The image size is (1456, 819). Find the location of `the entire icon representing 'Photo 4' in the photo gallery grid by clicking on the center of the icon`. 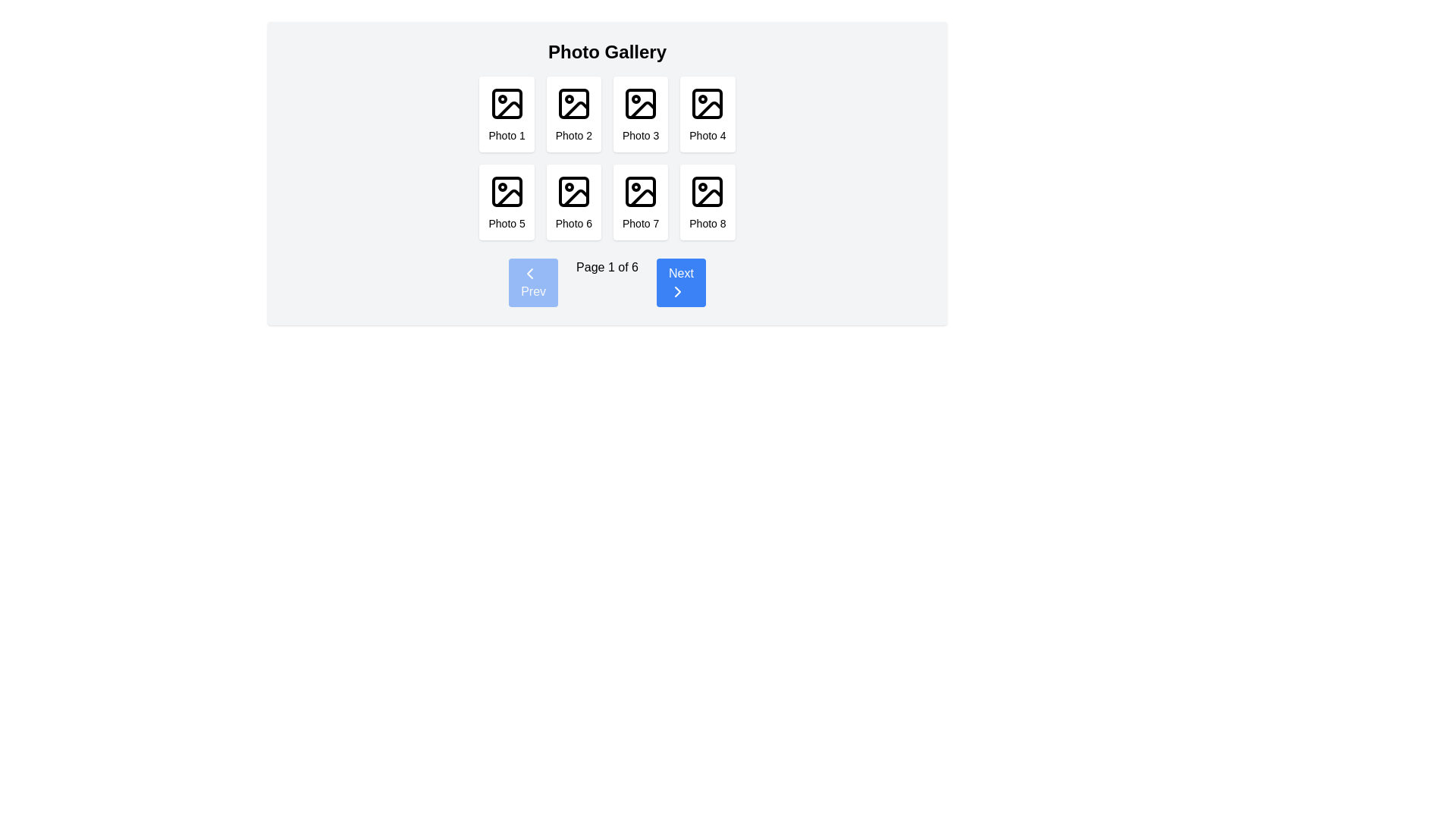

the entire icon representing 'Photo 4' in the photo gallery grid by clicking on the center of the icon is located at coordinates (709, 109).